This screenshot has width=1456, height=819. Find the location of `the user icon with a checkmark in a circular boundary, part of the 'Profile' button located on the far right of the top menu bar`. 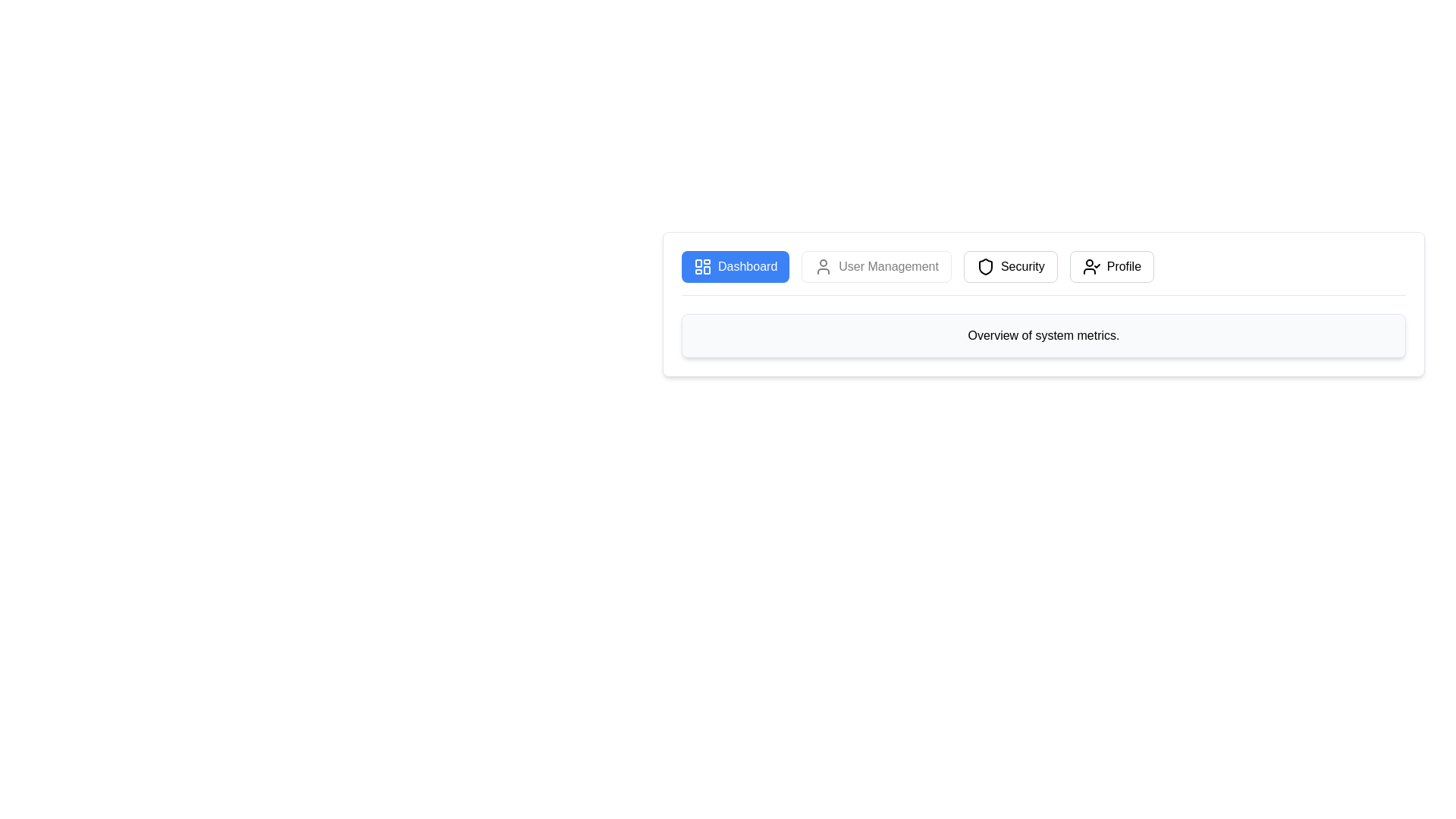

the user icon with a checkmark in a circular boundary, part of the 'Profile' button located on the far right of the top menu bar is located at coordinates (1090, 265).